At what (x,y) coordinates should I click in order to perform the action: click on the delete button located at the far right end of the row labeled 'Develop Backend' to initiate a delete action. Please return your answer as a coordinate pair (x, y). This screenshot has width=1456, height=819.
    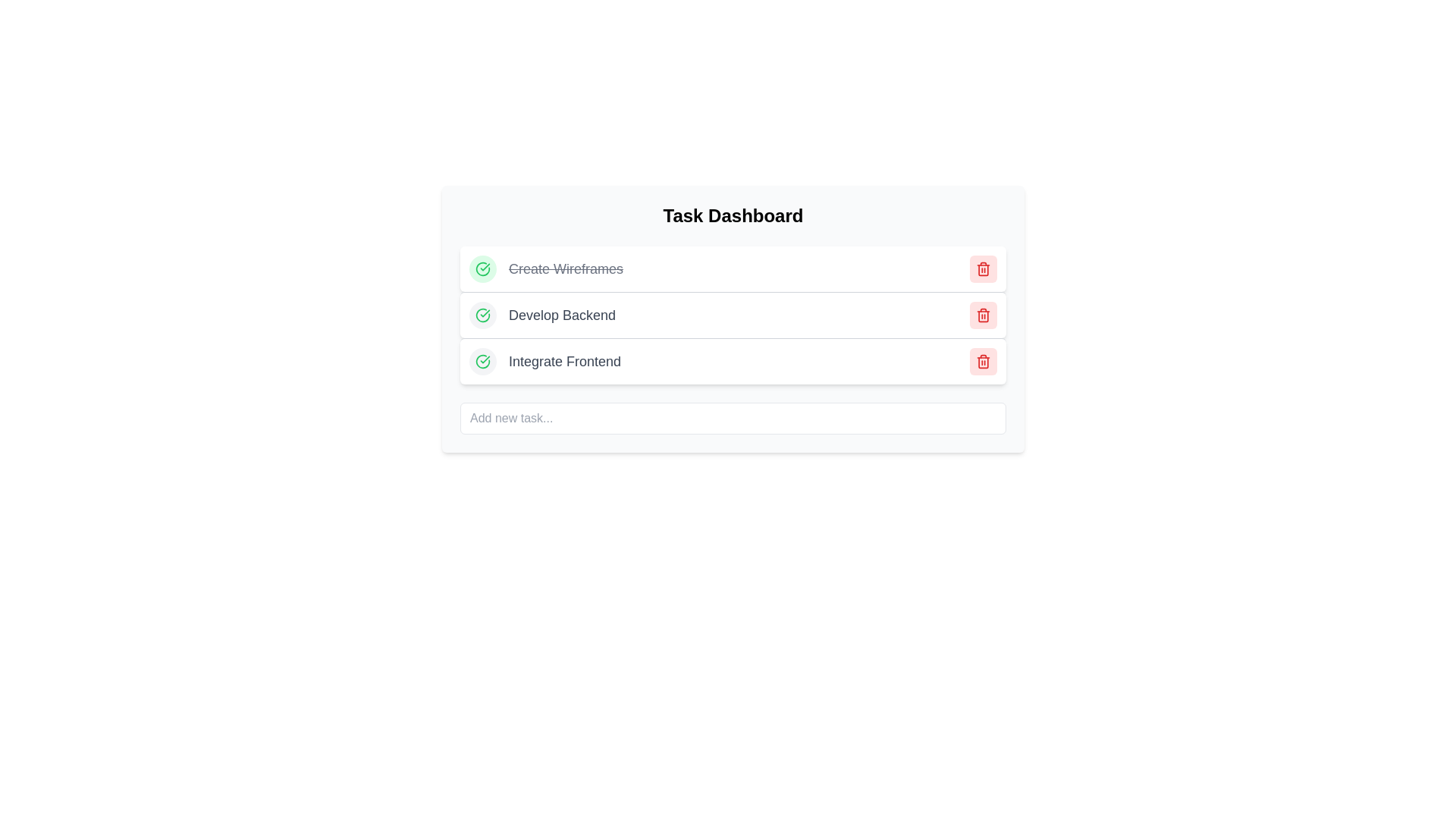
    Looking at the image, I should click on (983, 315).